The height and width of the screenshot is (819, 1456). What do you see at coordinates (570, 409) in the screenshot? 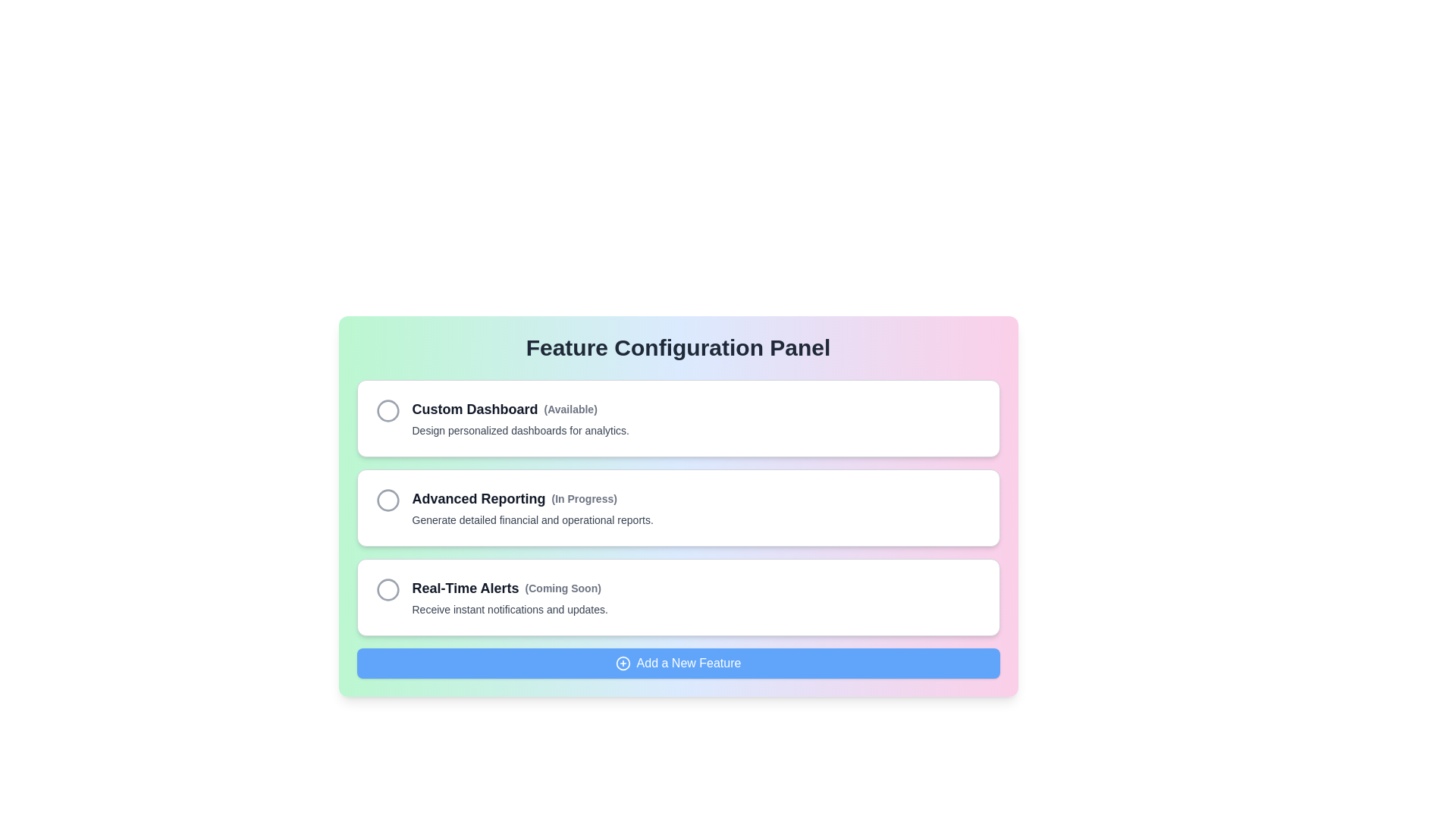
I see `the status indicator label for the 'Custom Dashboard' feature located to the right of the main text within the first feature entry box in the 'Feature Configuration Panel'` at bounding box center [570, 409].